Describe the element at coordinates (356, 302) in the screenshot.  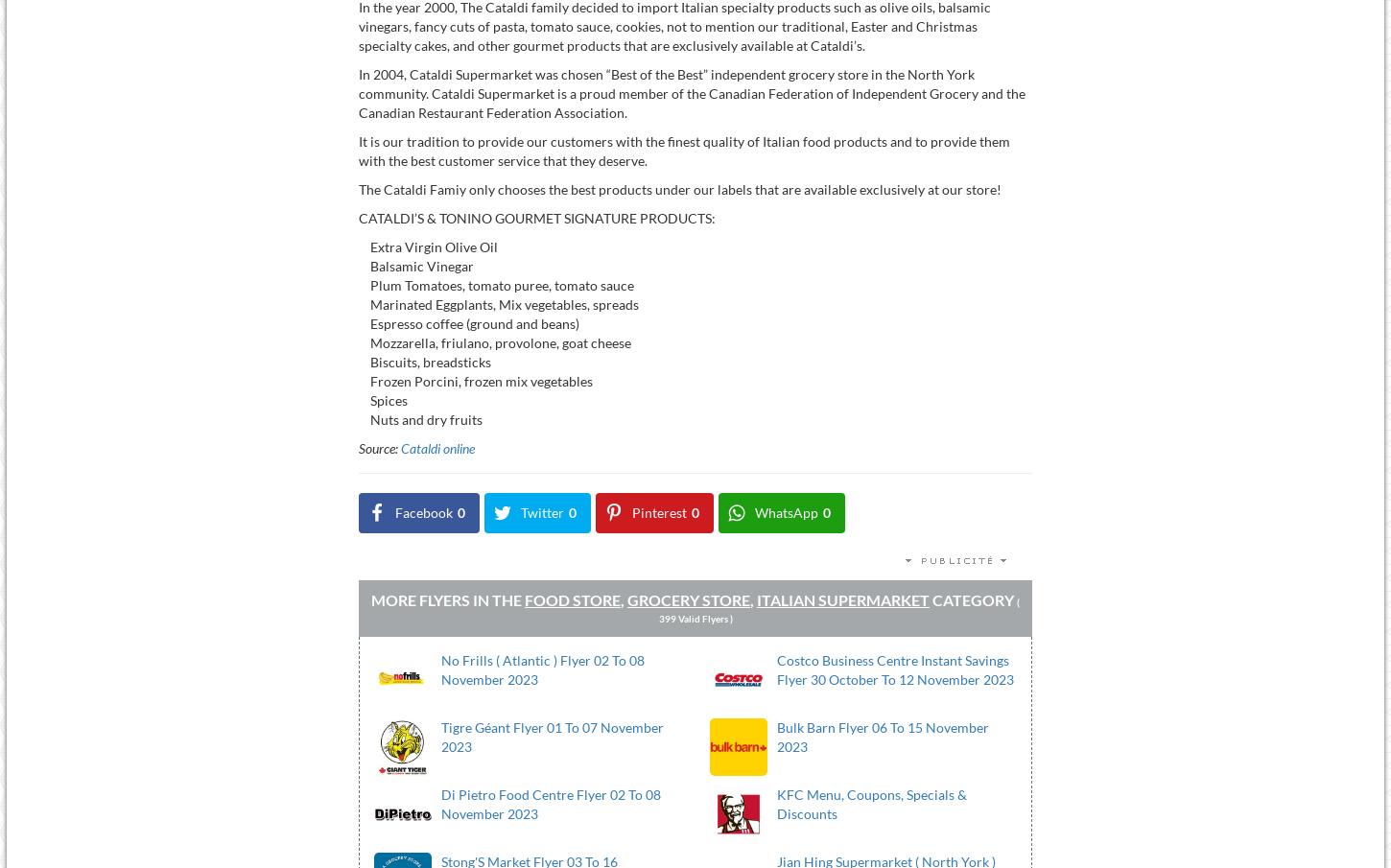
I see `'Marinated Eggplants, Mix vegetables, spreads'` at that location.